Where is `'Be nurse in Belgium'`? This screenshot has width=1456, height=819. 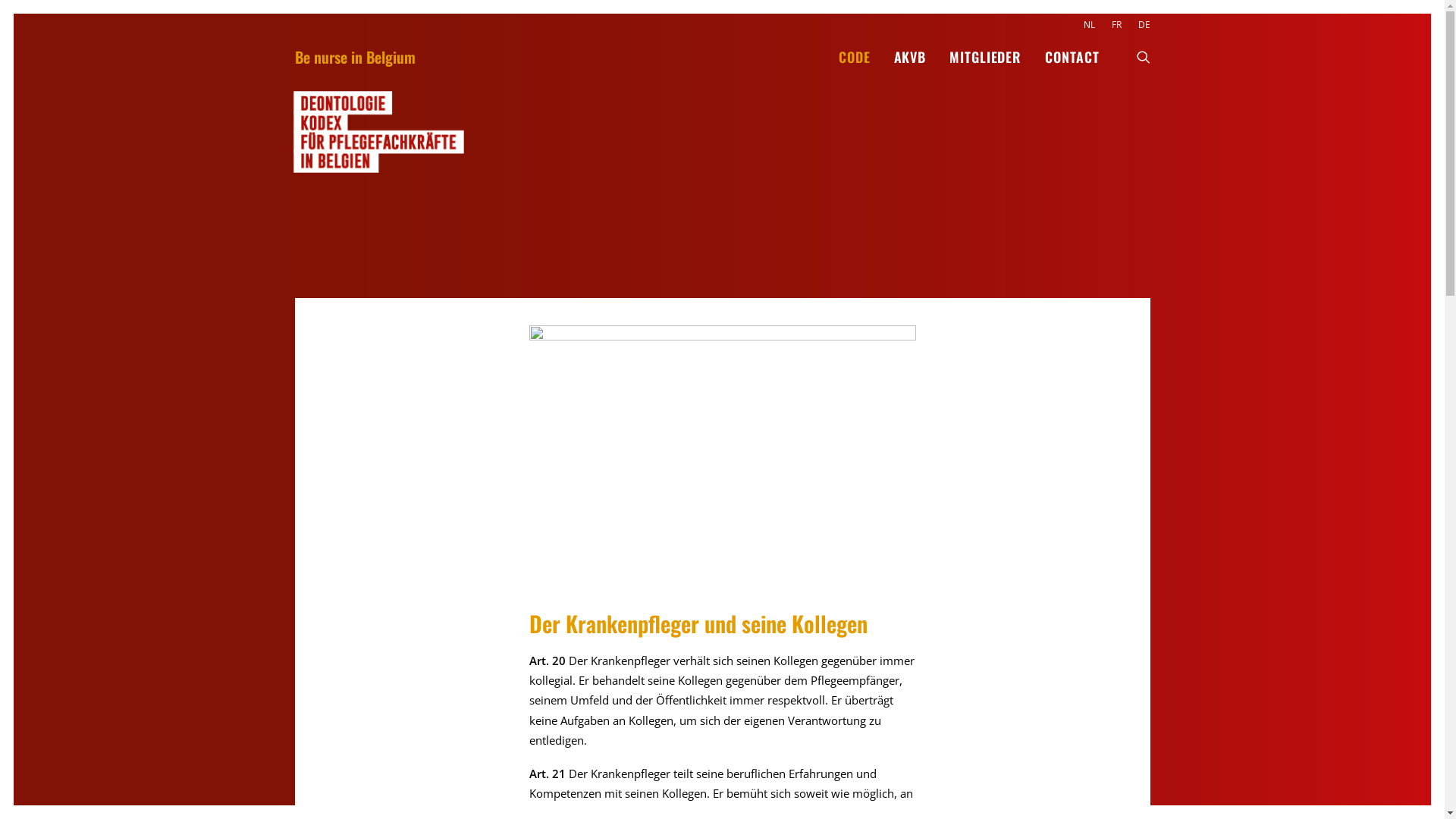 'Be nurse in Belgium' is located at coordinates (353, 55).